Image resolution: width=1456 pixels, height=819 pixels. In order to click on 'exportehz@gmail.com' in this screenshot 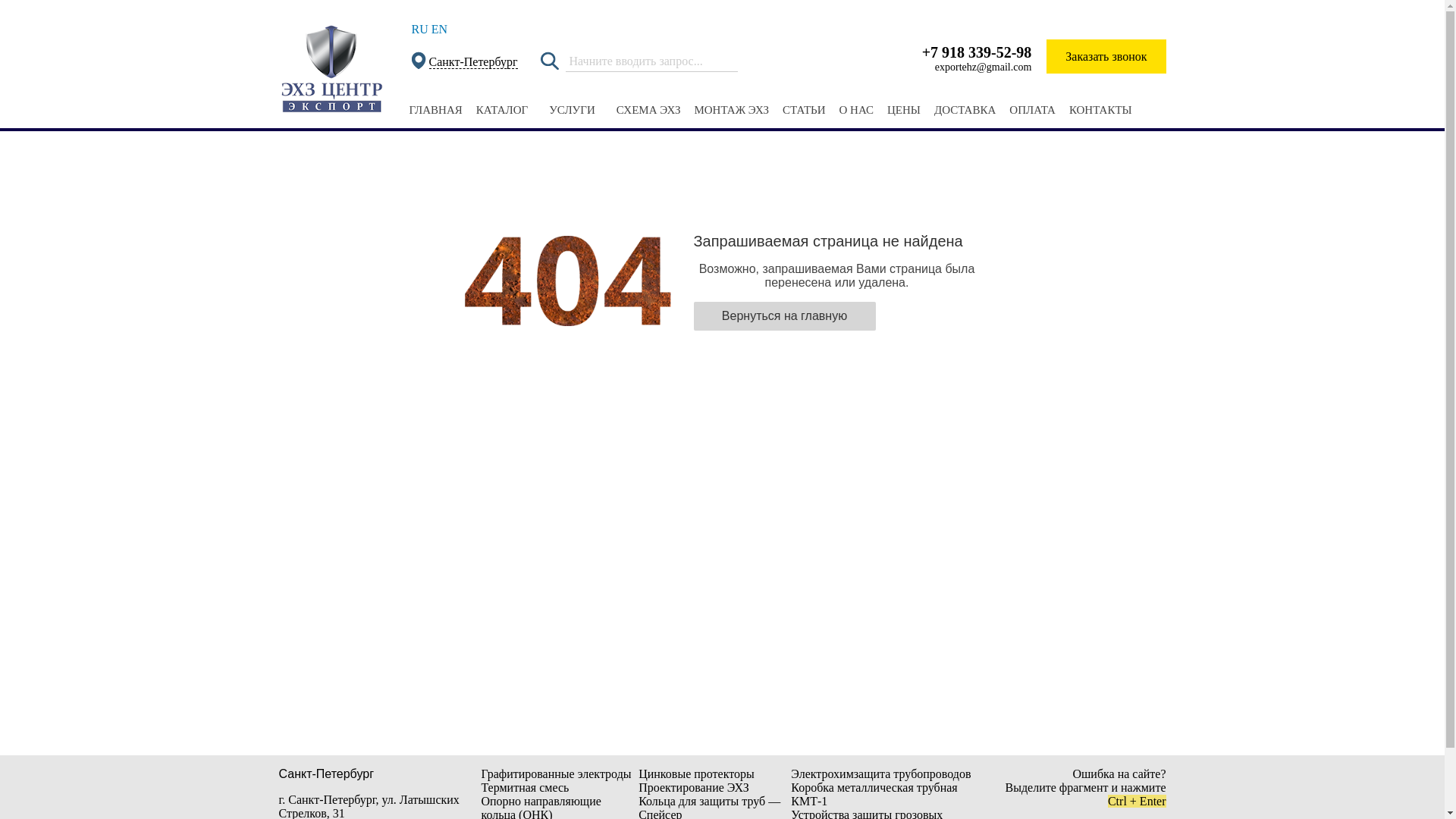, I will do `click(983, 66)`.